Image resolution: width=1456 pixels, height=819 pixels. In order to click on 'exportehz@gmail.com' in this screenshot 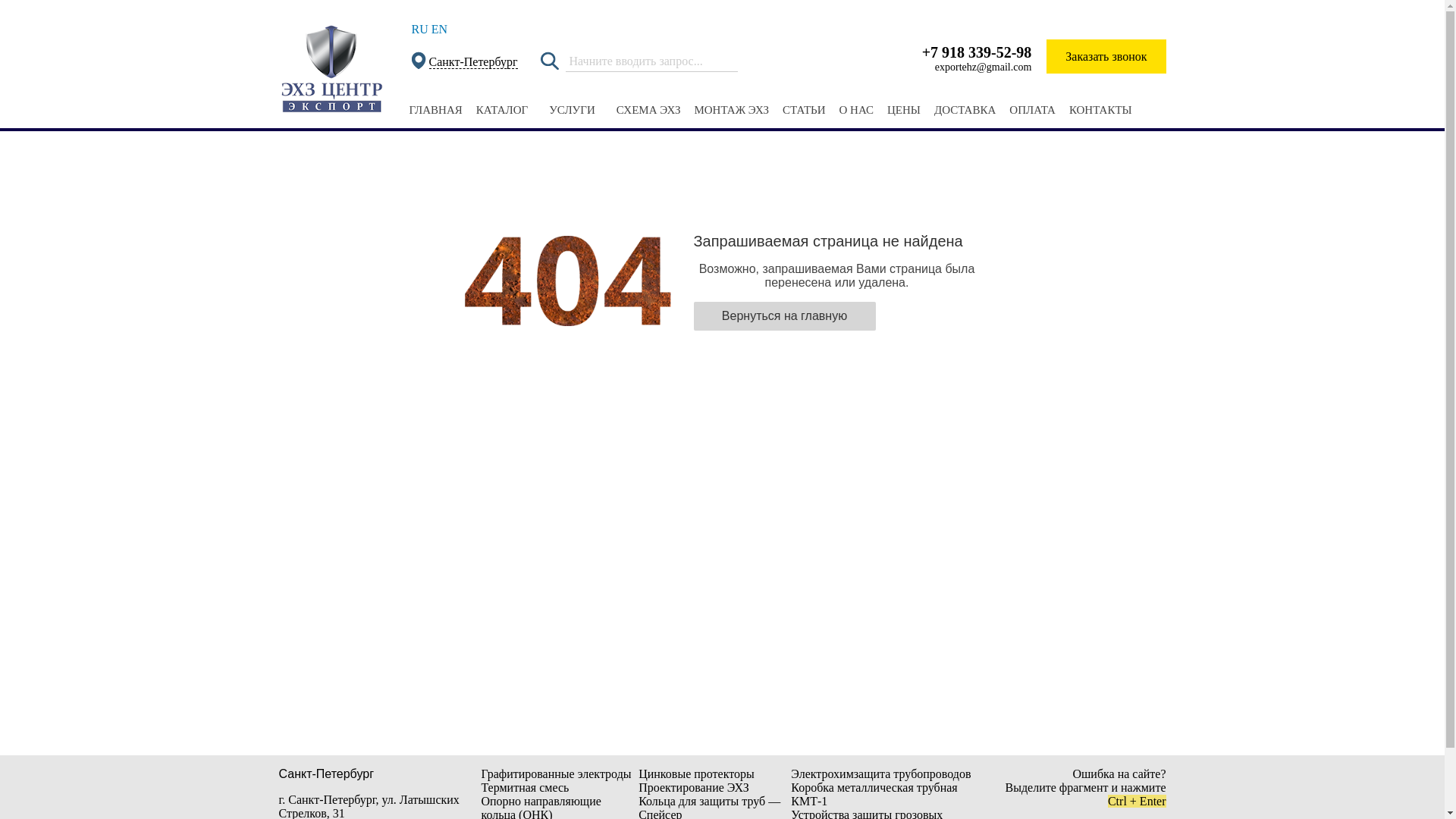, I will do `click(983, 66)`.